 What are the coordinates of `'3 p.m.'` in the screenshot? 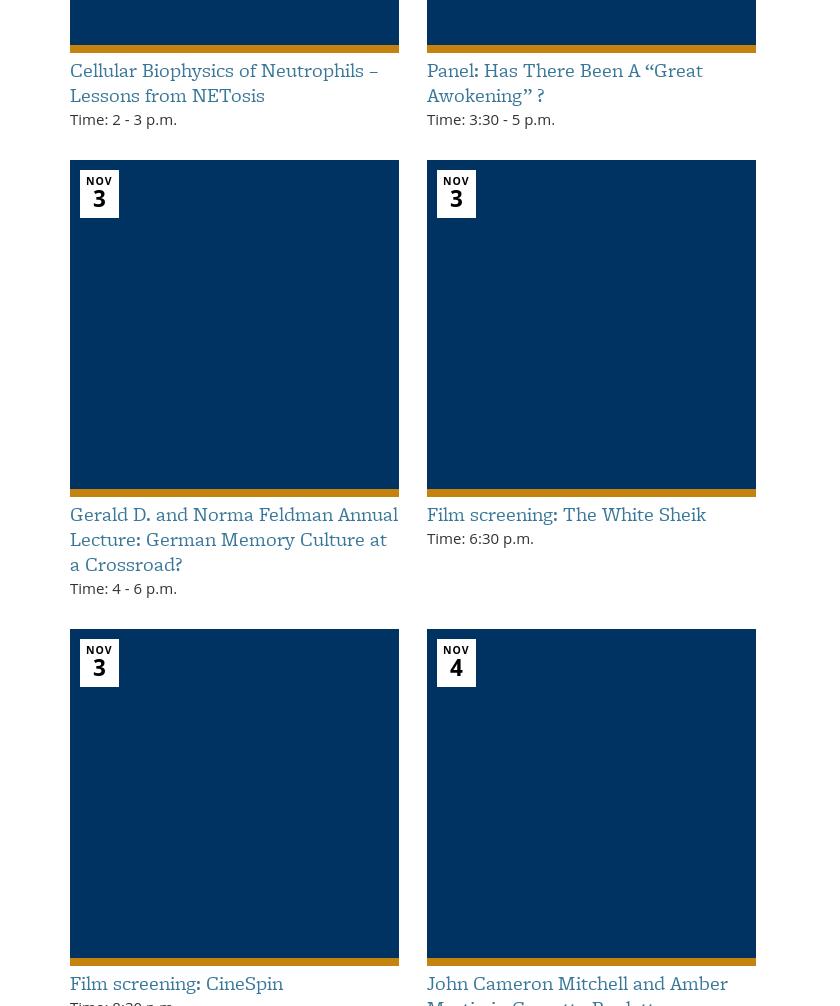 It's located at (152, 118).